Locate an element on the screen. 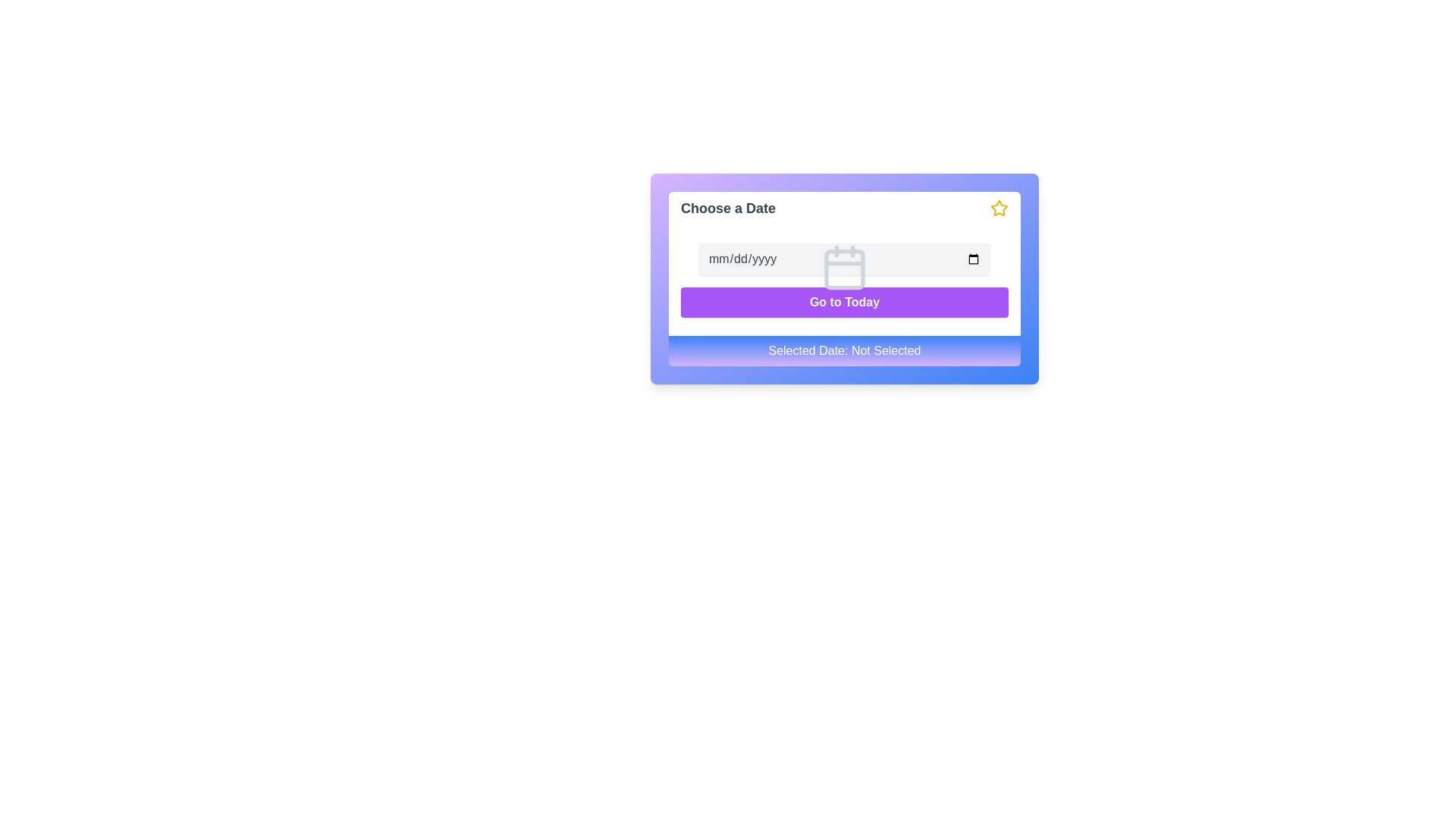 The width and height of the screenshot is (1456, 819). text label located at the top left corner of the interface, serving as a title or heading for the content area below it is located at coordinates (728, 208).